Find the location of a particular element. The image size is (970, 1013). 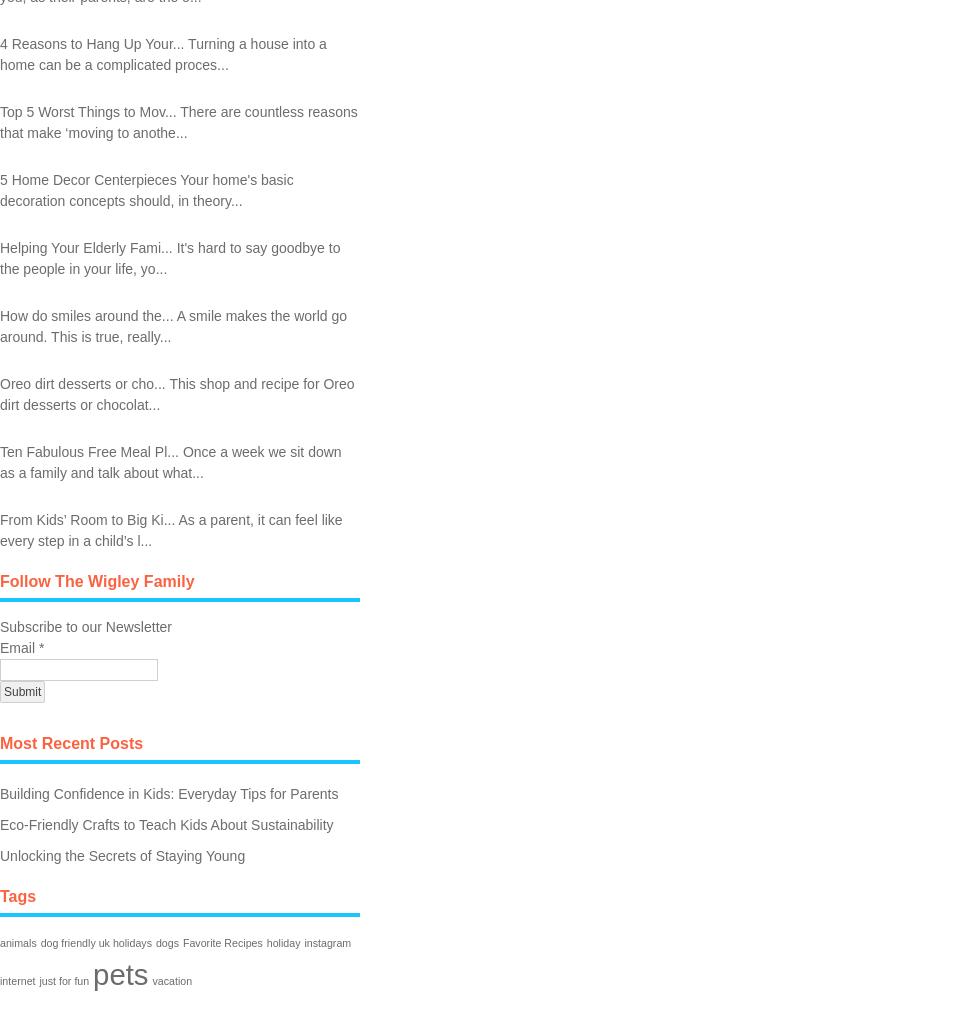

'Eco-Friendly Crafts to Teach Kids About Sustainability' is located at coordinates (165, 822).